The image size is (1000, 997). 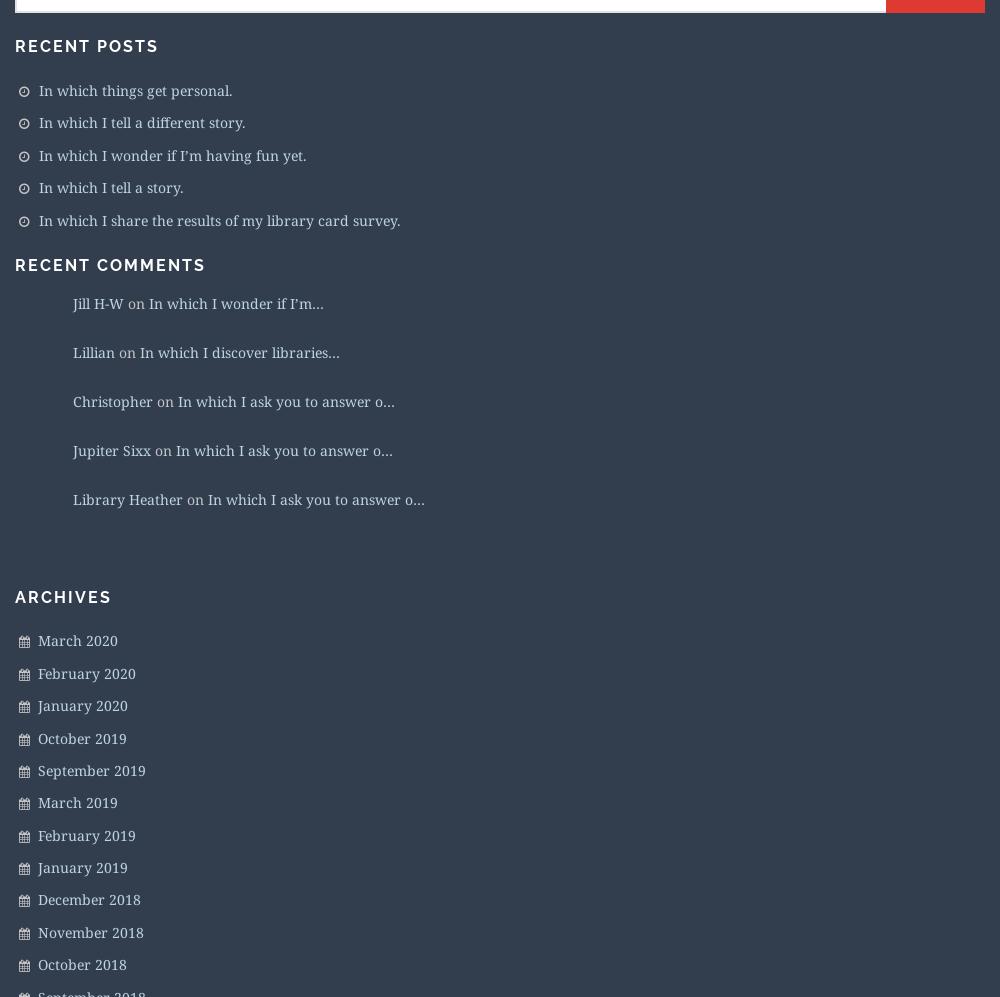 What do you see at coordinates (38, 672) in the screenshot?
I see `'February 2020'` at bounding box center [38, 672].